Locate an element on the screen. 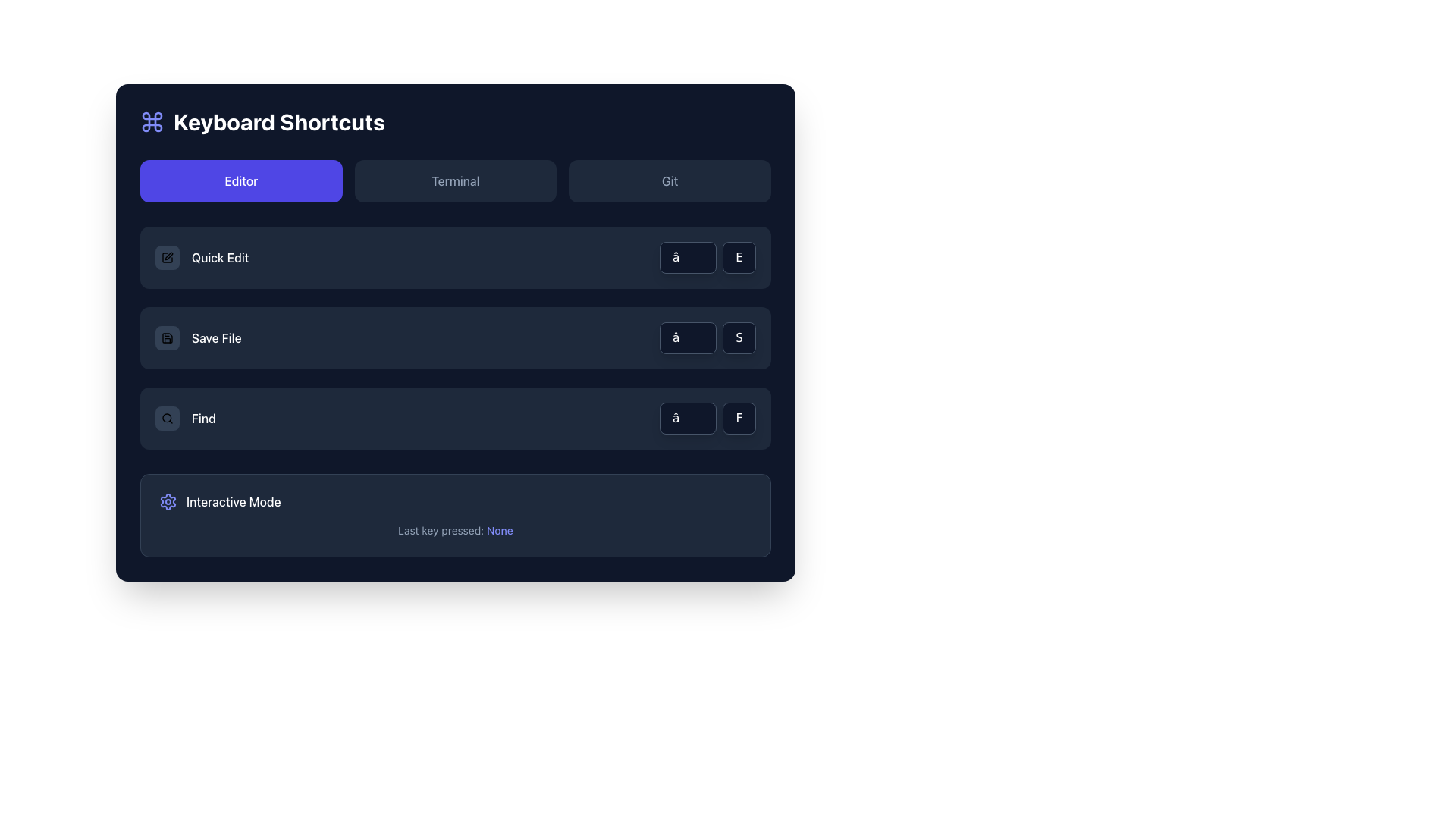 Image resolution: width=1456 pixels, height=819 pixels. the circular magnifying glass icon representing the search function, located in the 'Find' section of shortcuts, positioned to the left of the text 'Find' is located at coordinates (167, 418).